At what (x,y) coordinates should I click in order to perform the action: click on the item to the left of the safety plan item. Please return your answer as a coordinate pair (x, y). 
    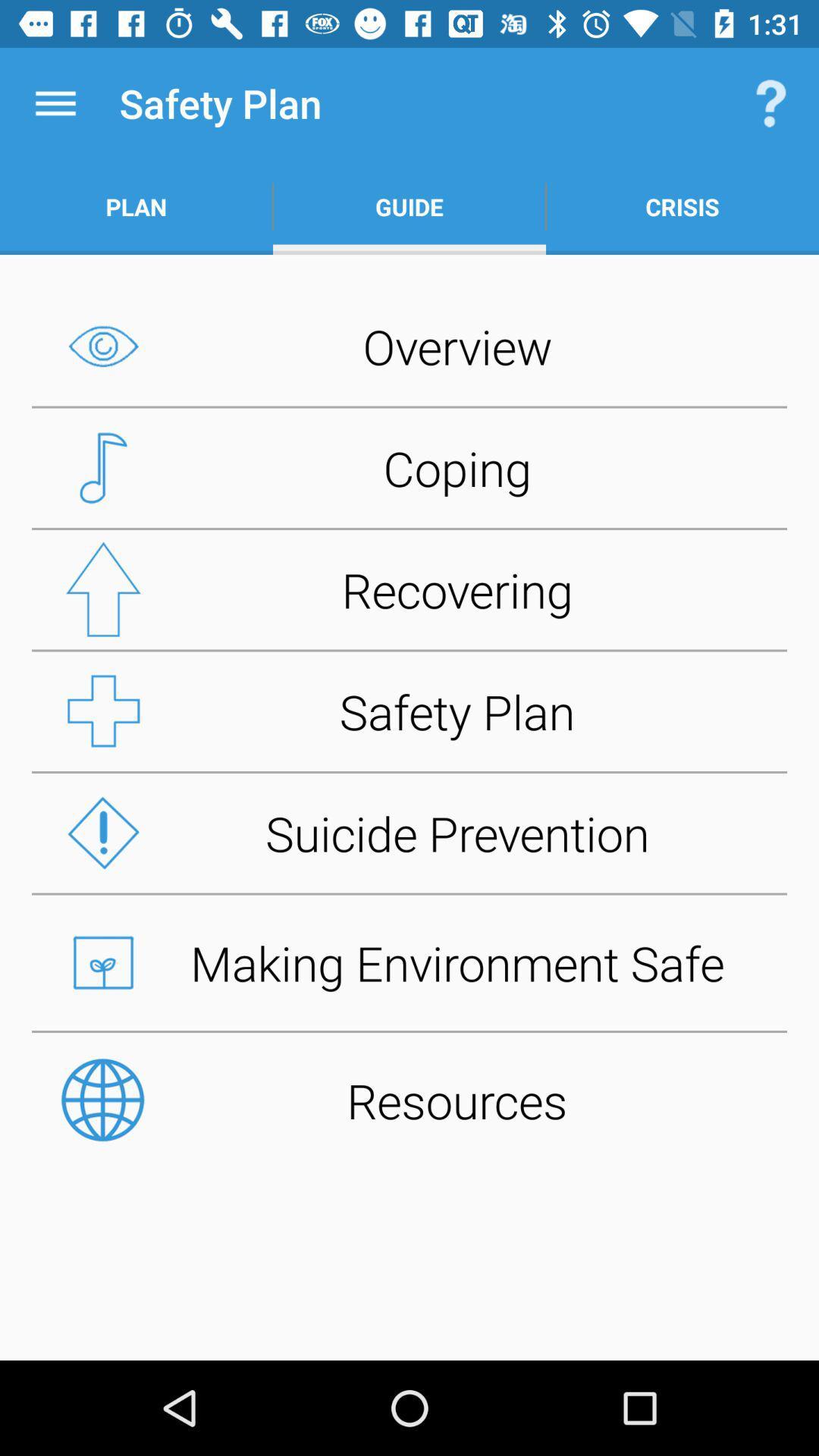
    Looking at the image, I should click on (55, 102).